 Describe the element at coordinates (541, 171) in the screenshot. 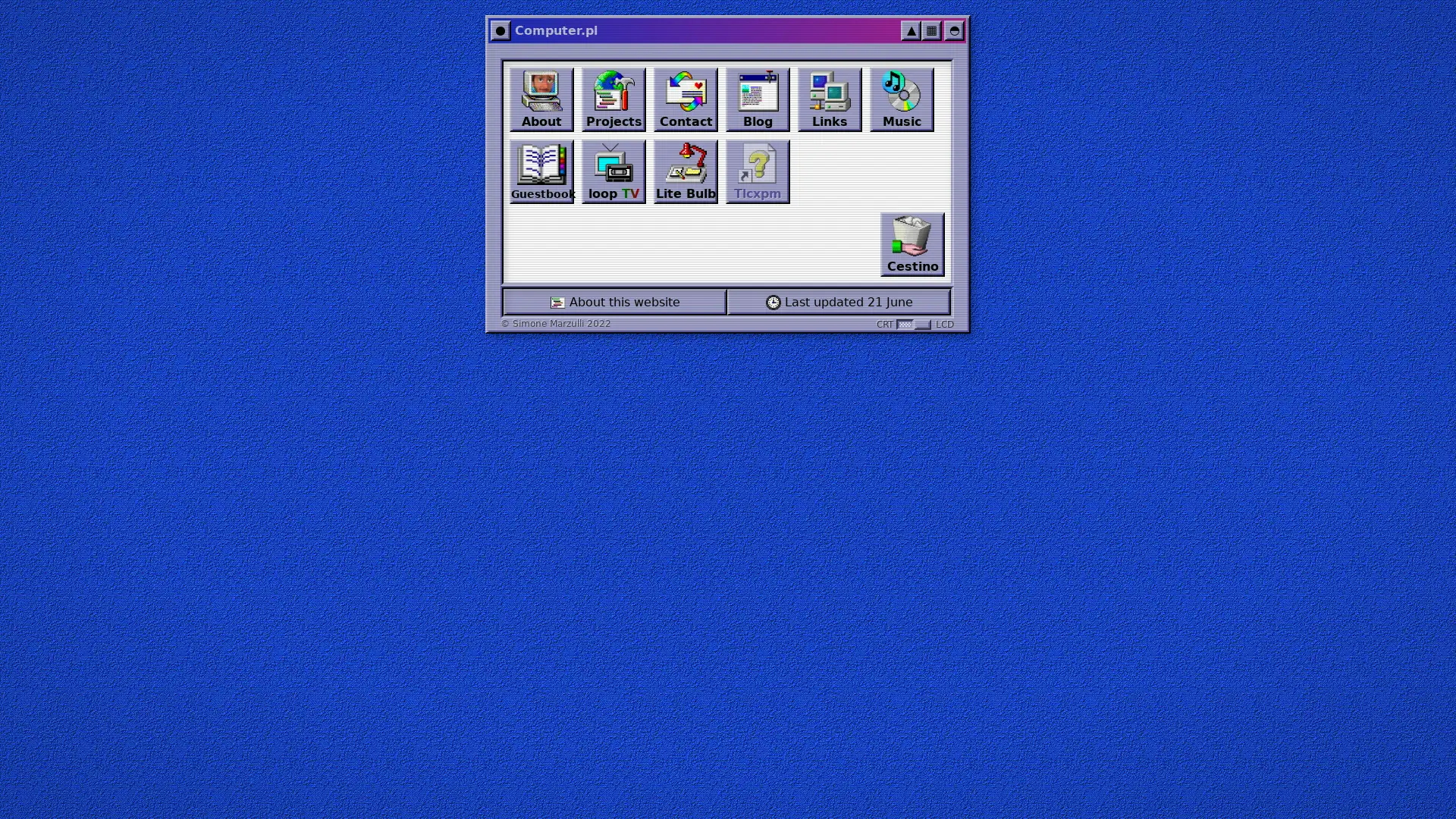

I see `guestbook Guestbook` at that location.